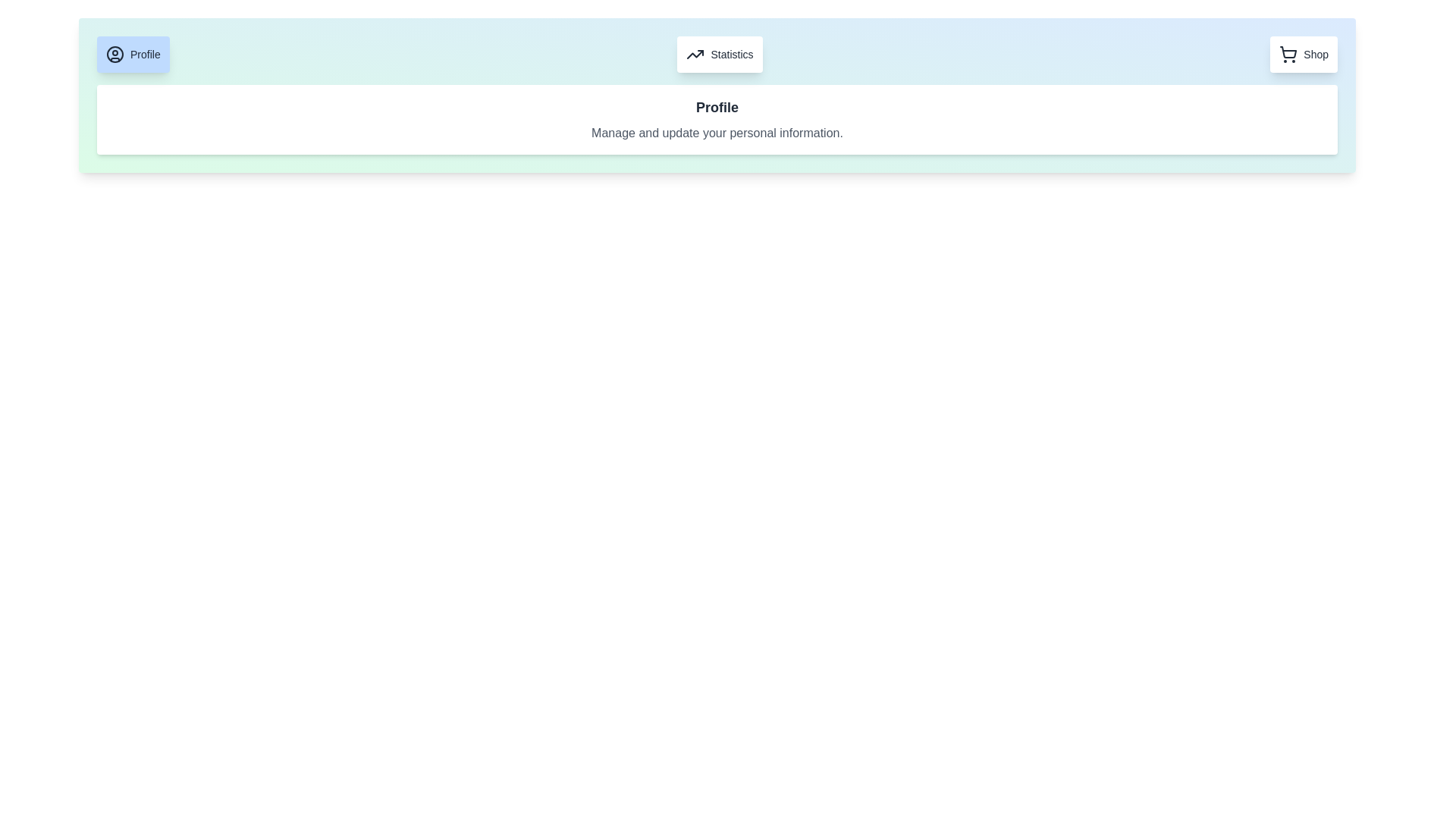 This screenshot has width=1456, height=819. What do you see at coordinates (145, 54) in the screenshot?
I see `the 'Profile' text label, which is displayed in a medium bold font in dark gray on a light blue background` at bounding box center [145, 54].